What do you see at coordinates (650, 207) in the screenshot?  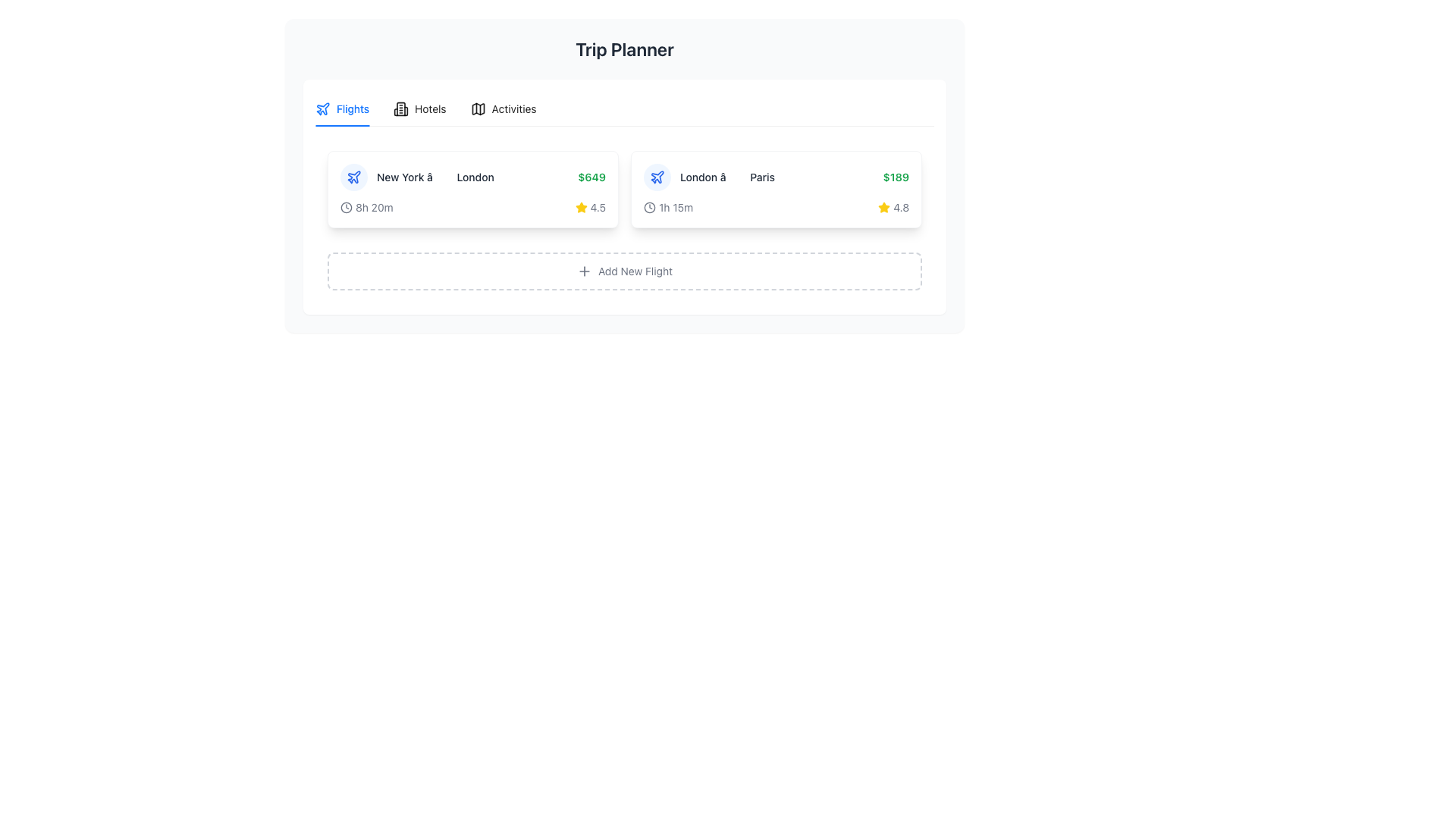 I see `the outer circle of the clock icon representing time-related information within the flight card between London and Paris` at bounding box center [650, 207].